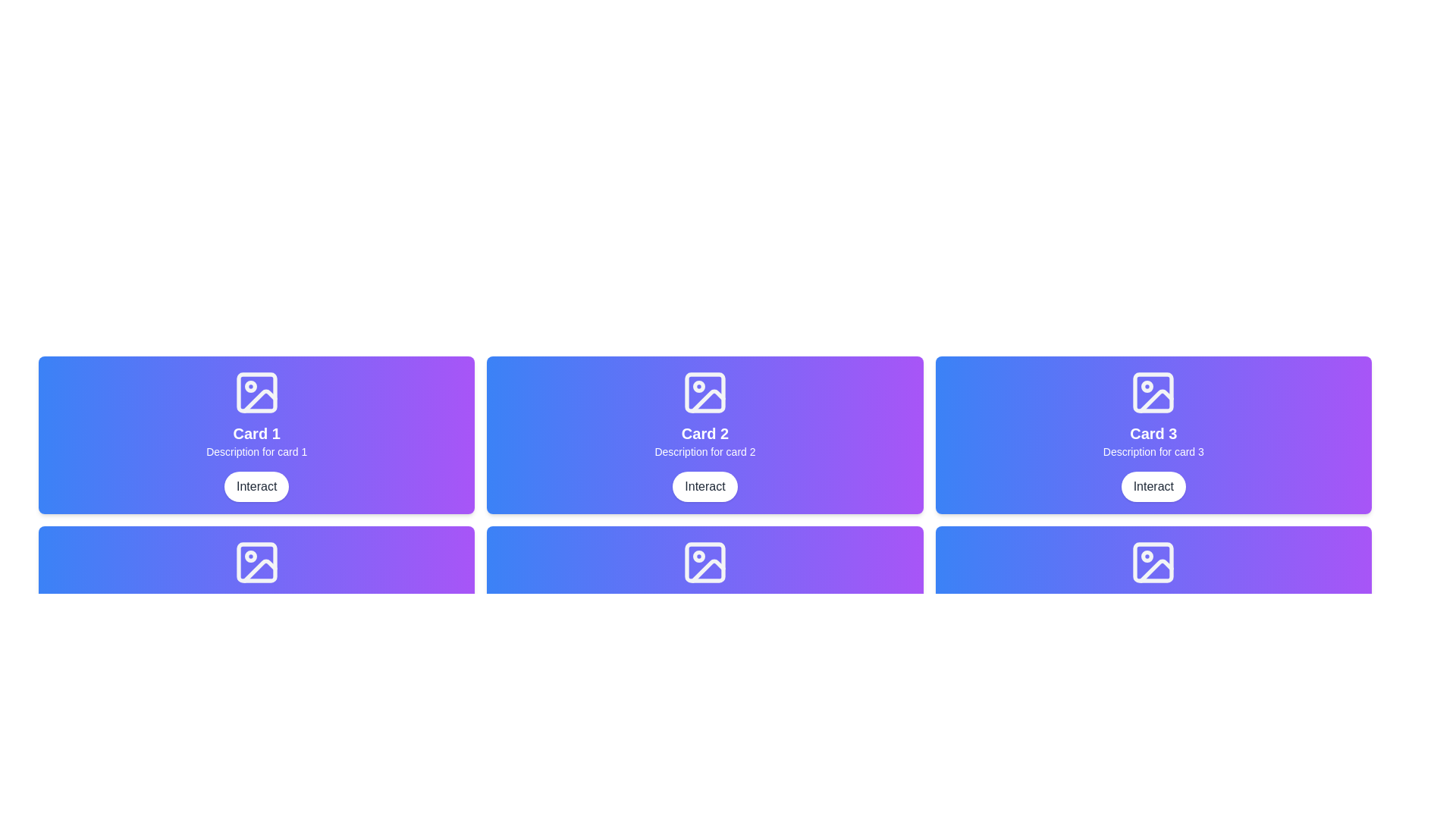 The width and height of the screenshot is (1456, 819). Describe the element at coordinates (704, 441) in the screenshot. I see `the Text display (multi-line) titled 'Card 2' which includes 'Description for card 2' located in the middle card of a horizontal array` at that location.